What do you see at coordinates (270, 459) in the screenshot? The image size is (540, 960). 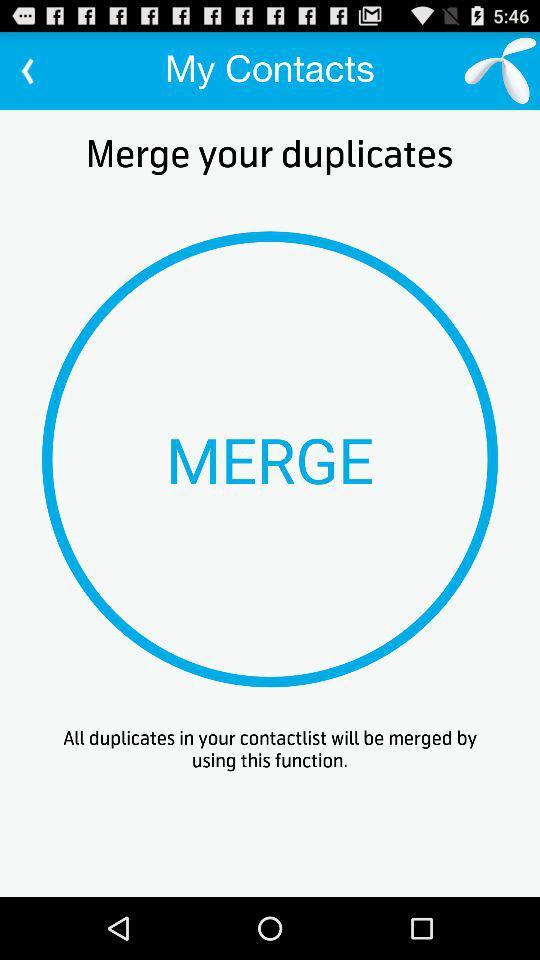 I see `the icon below the merge your duplicates item` at bounding box center [270, 459].